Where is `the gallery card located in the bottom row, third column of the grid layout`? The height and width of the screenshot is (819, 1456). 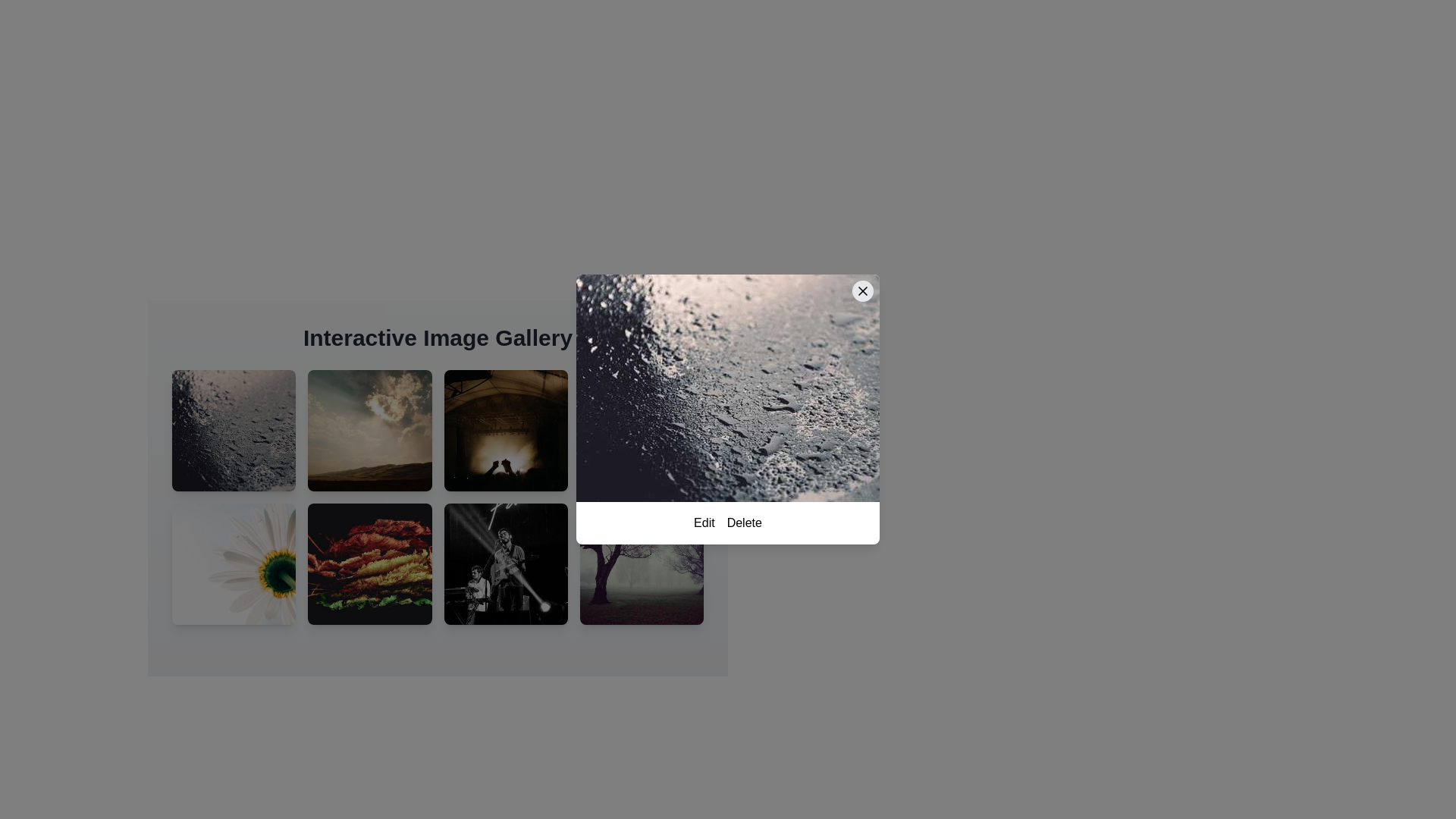
the gallery card located in the bottom row, third column of the grid layout is located at coordinates (506, 564).